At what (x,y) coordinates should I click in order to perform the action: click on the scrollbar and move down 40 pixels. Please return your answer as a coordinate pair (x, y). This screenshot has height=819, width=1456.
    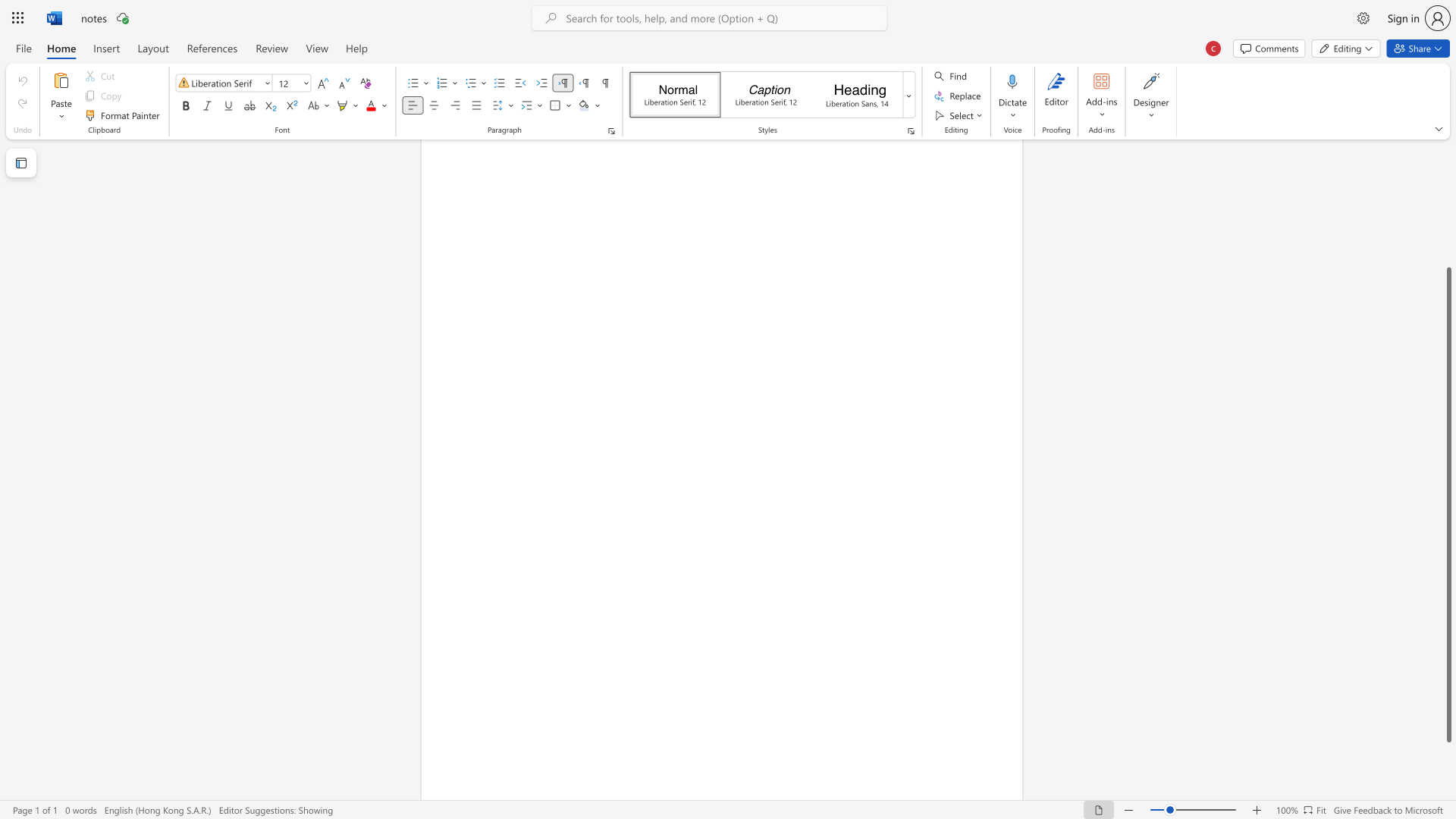
    Looking at the image, I should click on (1448, 505).